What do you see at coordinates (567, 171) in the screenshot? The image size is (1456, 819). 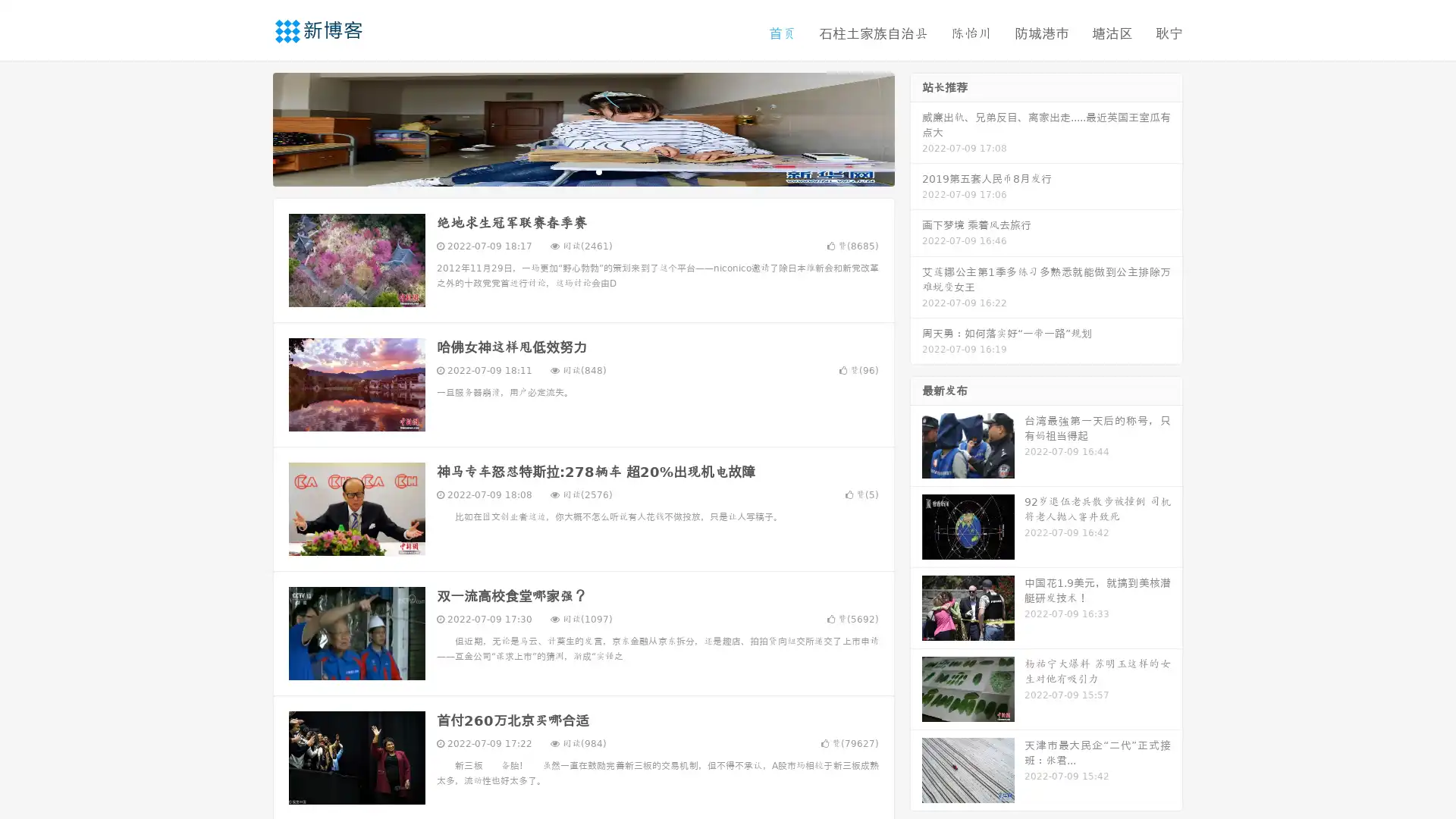 I see `Go to slide 1` at bounding box center [567, 171].